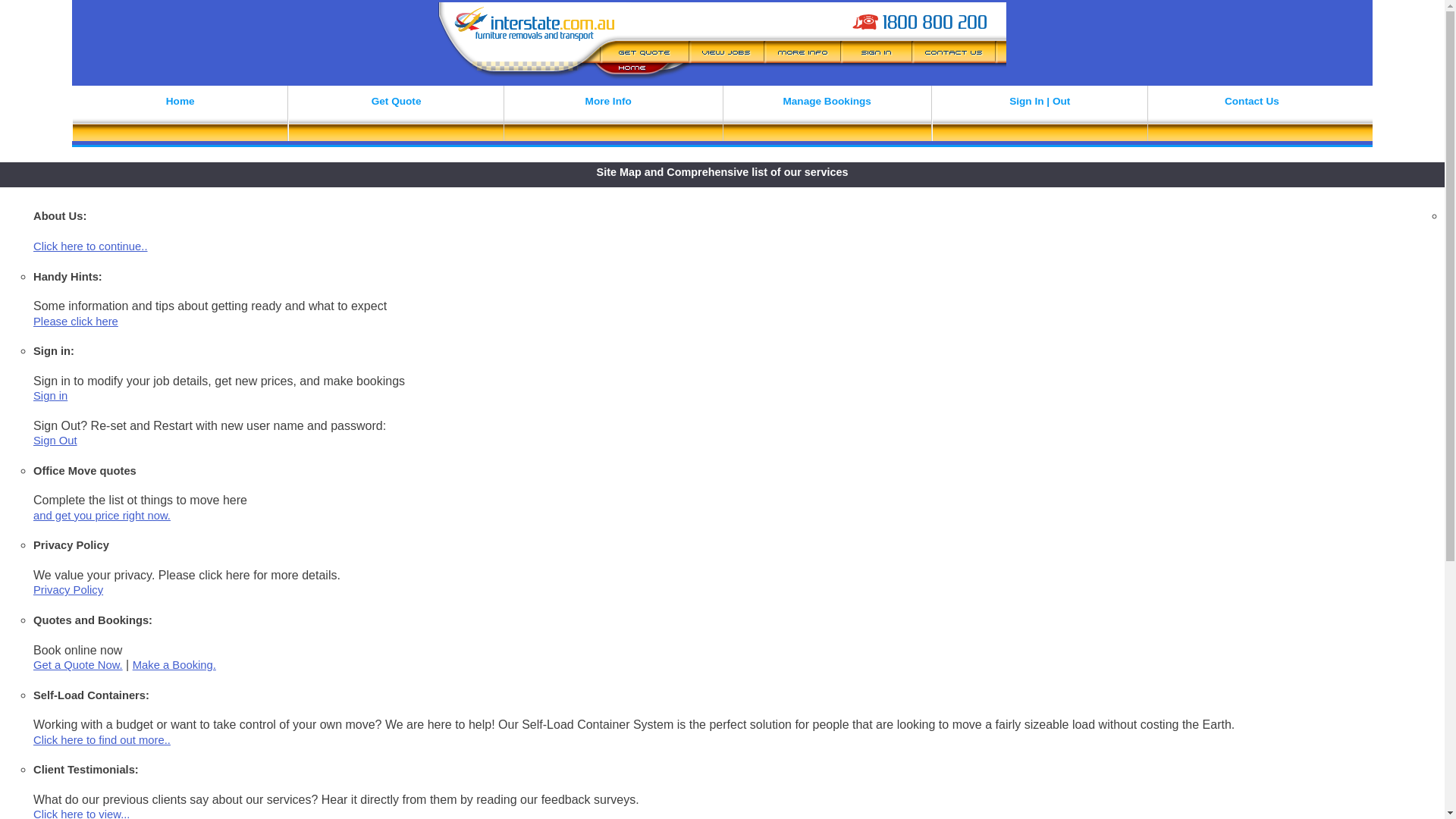 The image size is (1456, 819). I want to click on 'Please click here', so click(75, 321).